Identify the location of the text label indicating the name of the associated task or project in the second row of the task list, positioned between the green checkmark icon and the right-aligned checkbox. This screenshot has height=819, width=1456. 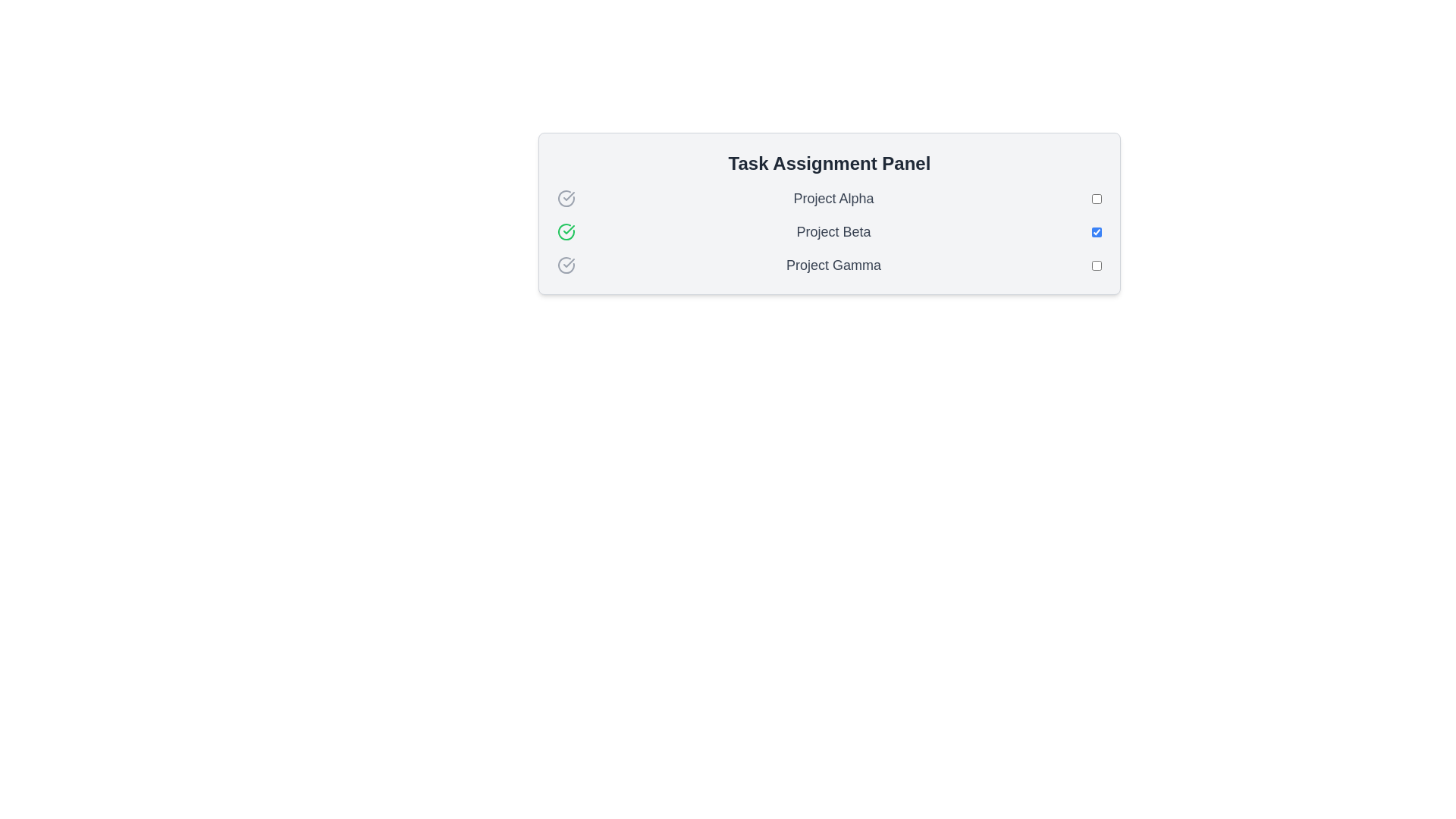
(833, 231).